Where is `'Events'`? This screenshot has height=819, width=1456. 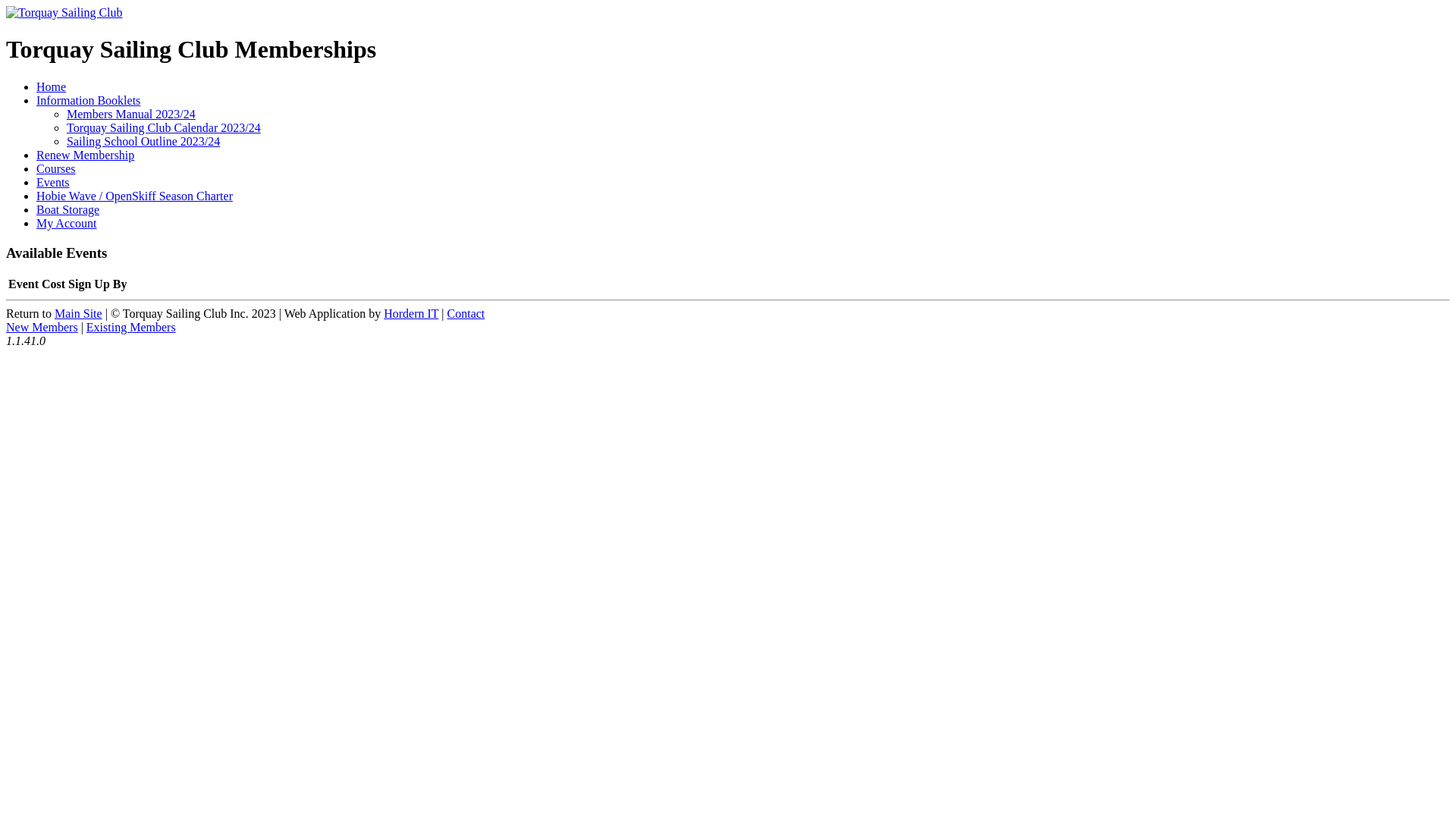 'Events' is located at coordinates (36, 181).